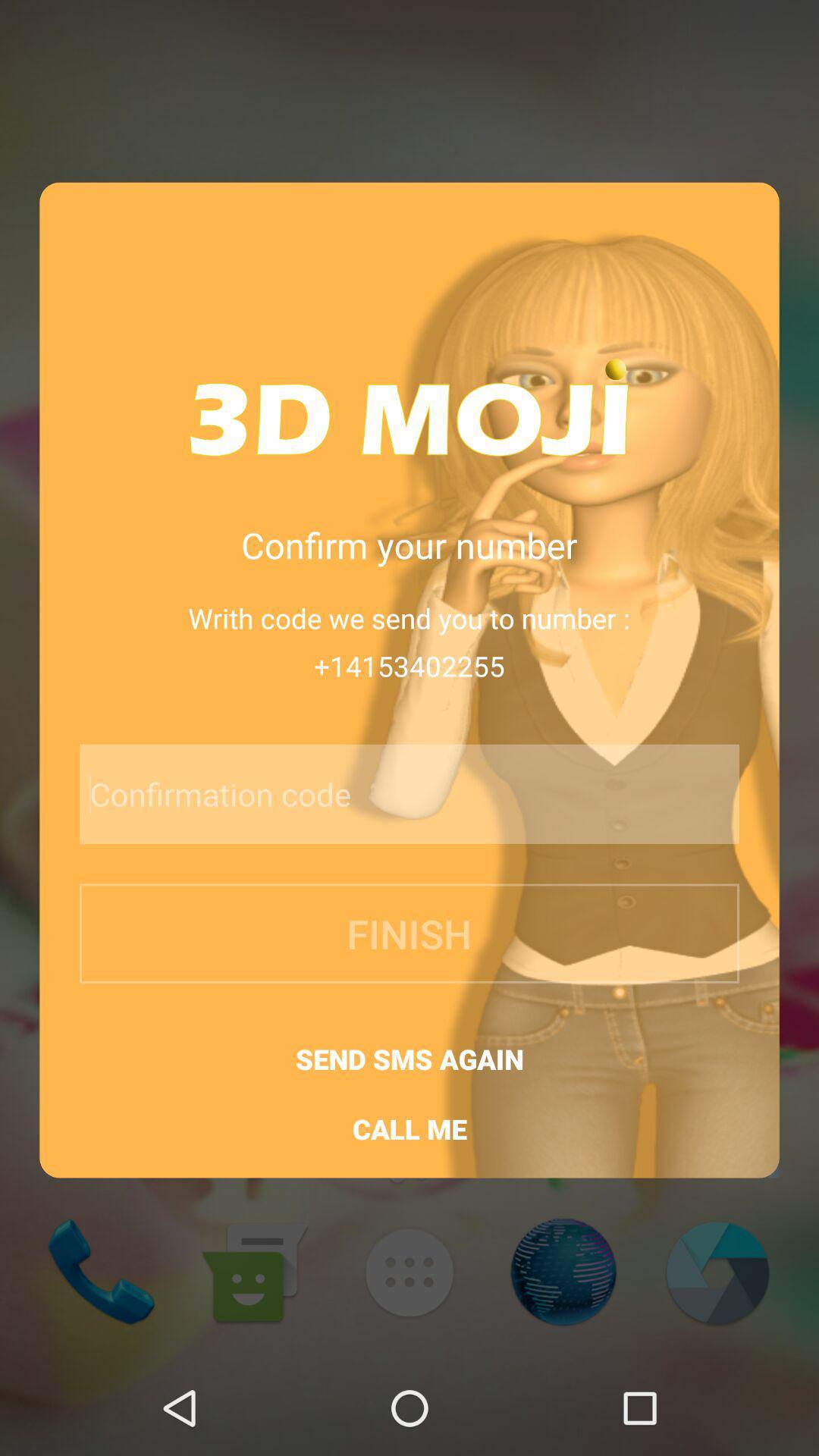 The image size is (819, 1456). What do you see at coordinates (369, 793) in the screenshot?
I see `confirmation code` at bounding box center [369, 793].